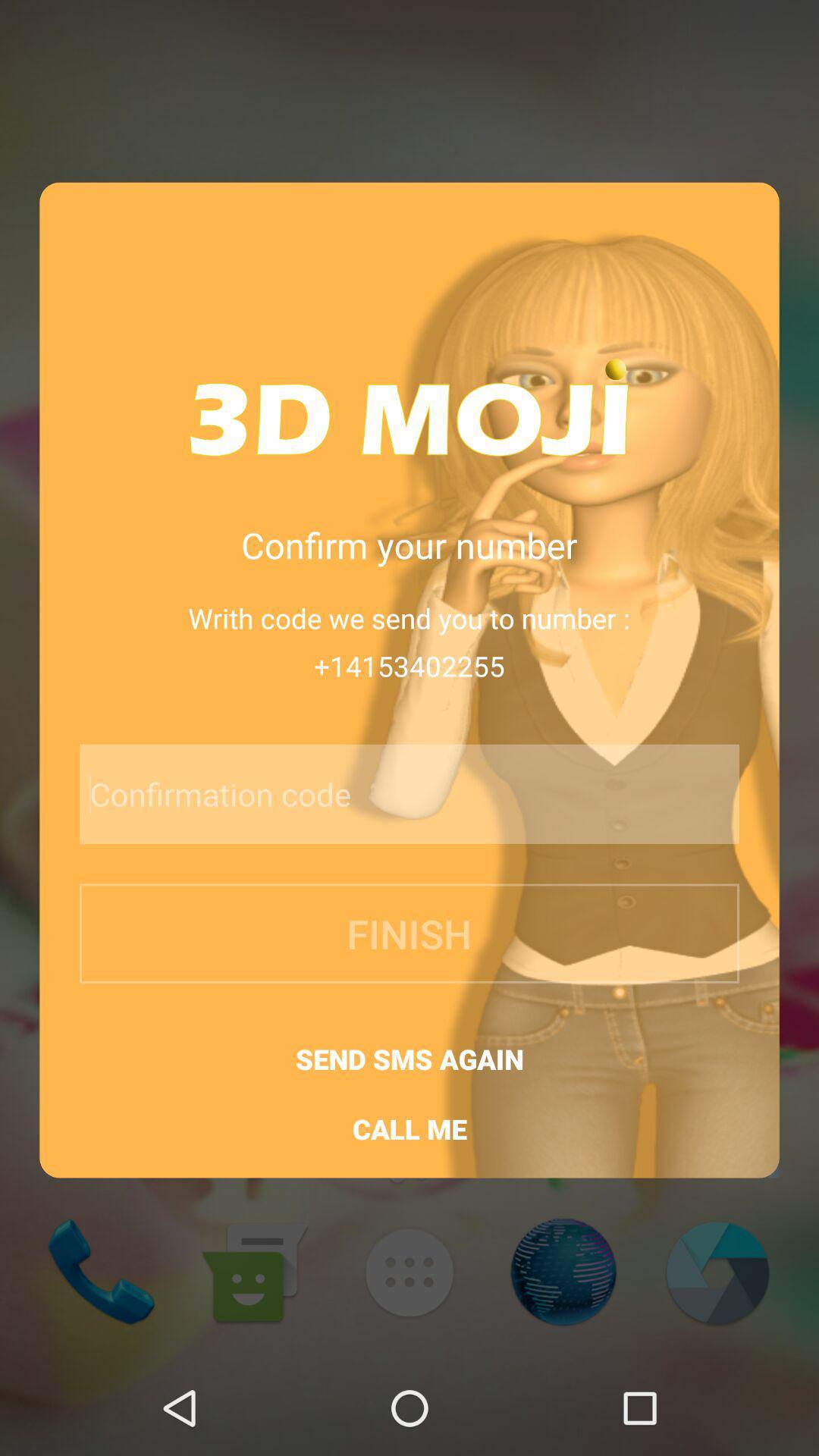 The image size is (819, 1456). What do you see at coordinates (369, 793) in the screenshot?
I see `confirmation code` at bounding box center [369, 793].